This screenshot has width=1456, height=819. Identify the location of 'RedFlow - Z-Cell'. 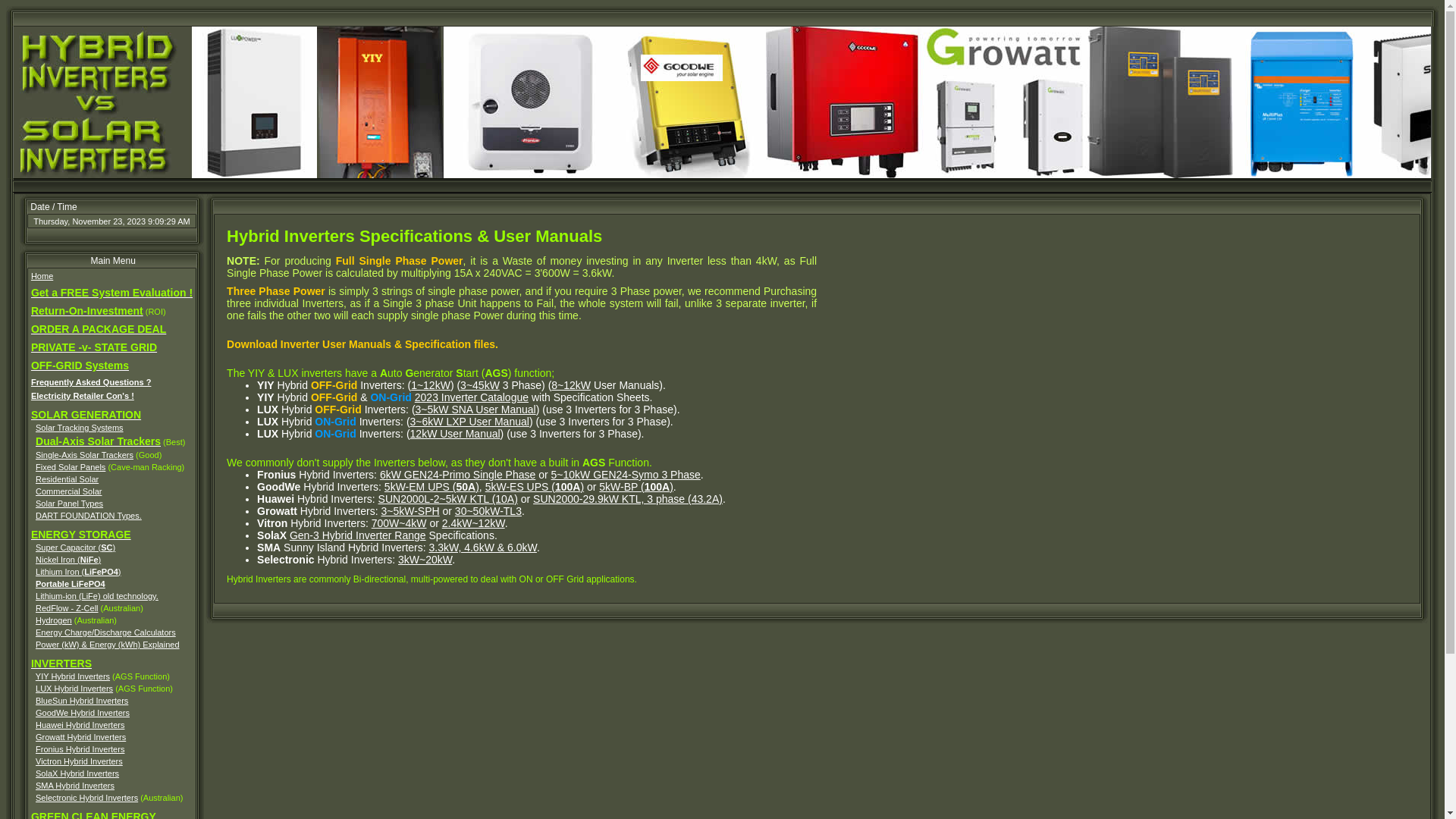
(66, 607).